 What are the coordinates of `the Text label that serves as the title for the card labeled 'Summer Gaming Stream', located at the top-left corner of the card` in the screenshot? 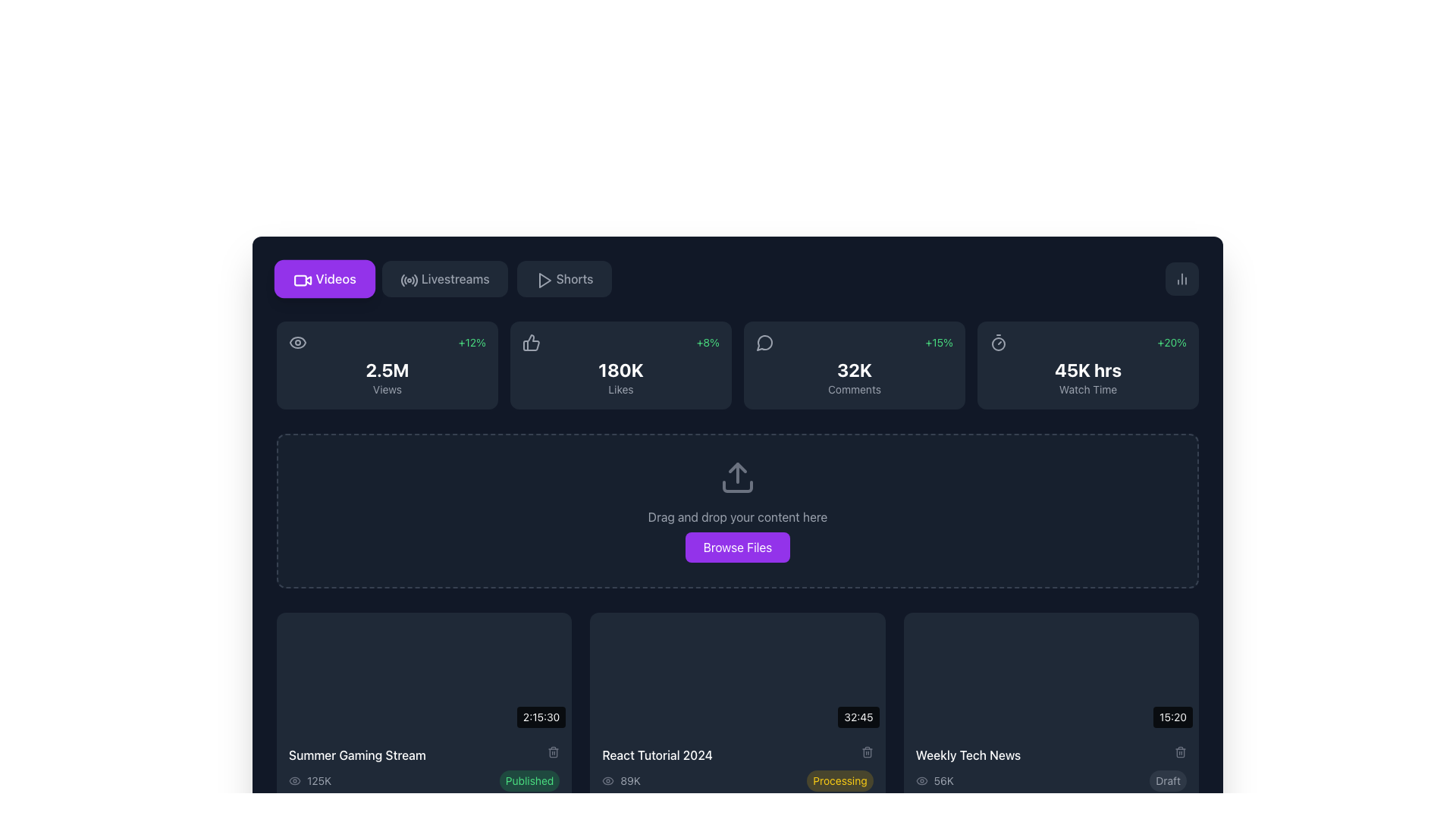 It's located at (424, 755).